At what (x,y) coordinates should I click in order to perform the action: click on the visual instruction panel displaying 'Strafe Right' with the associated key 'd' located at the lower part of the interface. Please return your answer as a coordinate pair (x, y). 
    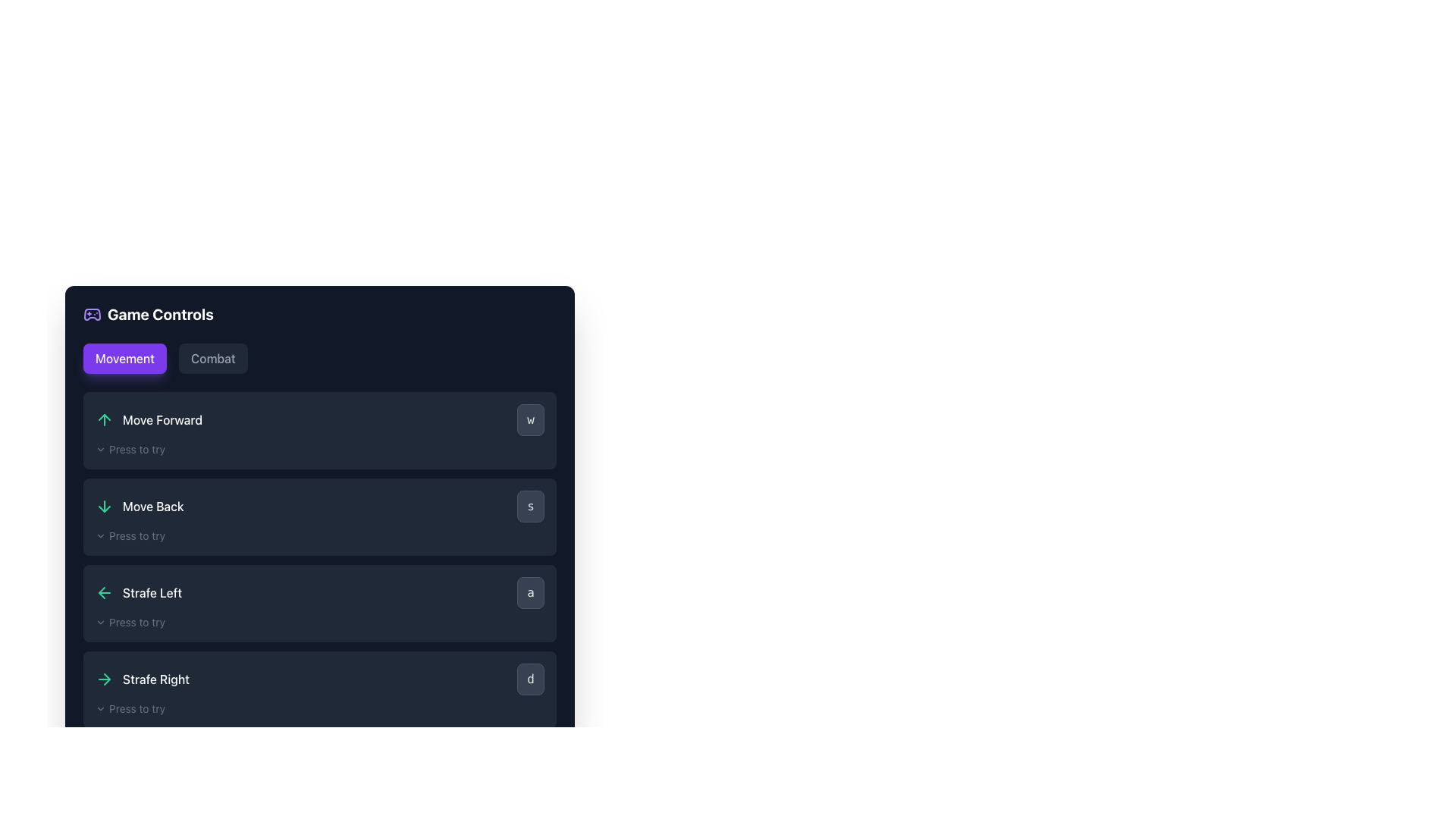
    Looking at the image, I should click on (319, 678).